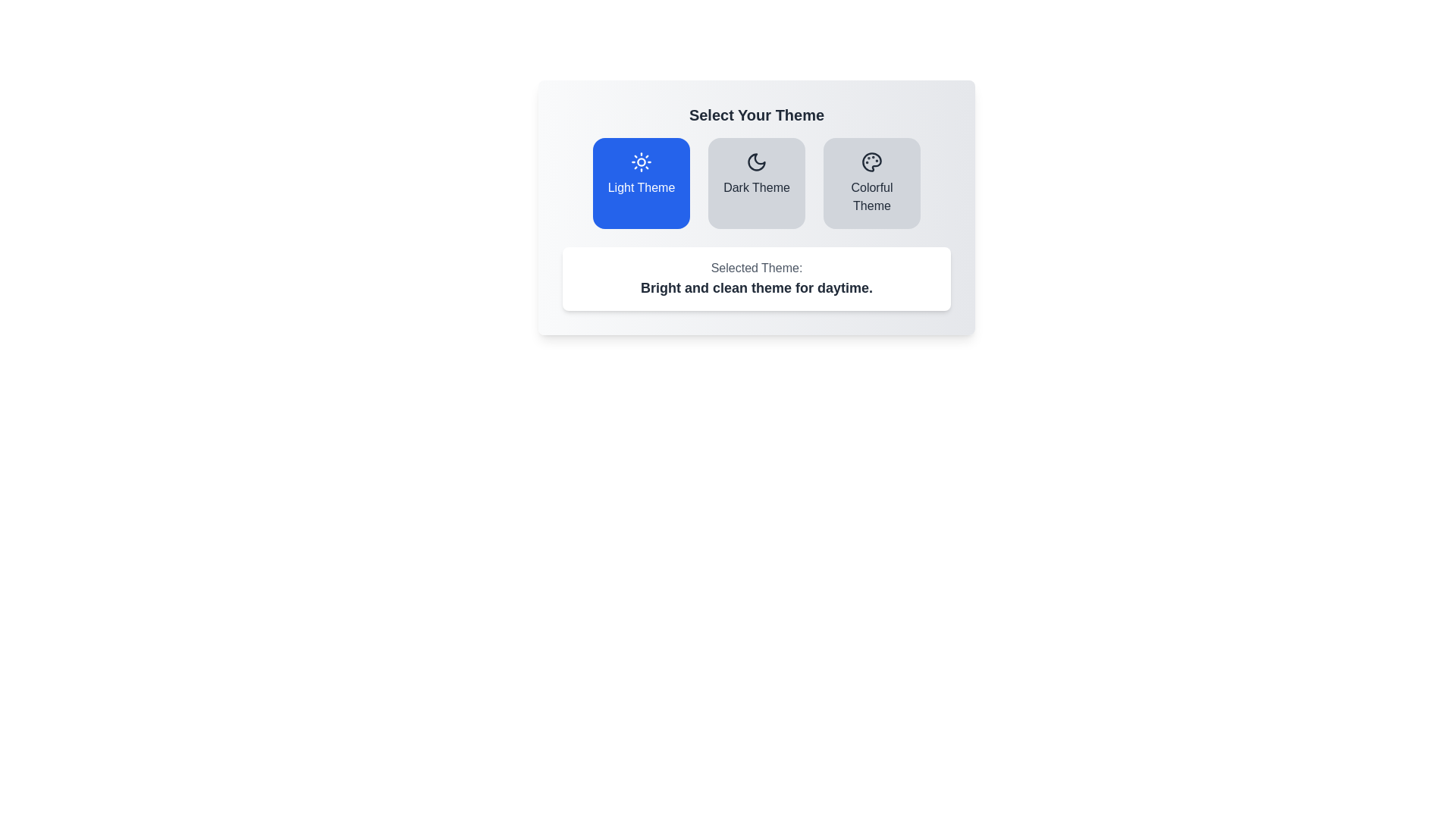  I want to click on the theme button labeled Light Theme, so click(641, 183).